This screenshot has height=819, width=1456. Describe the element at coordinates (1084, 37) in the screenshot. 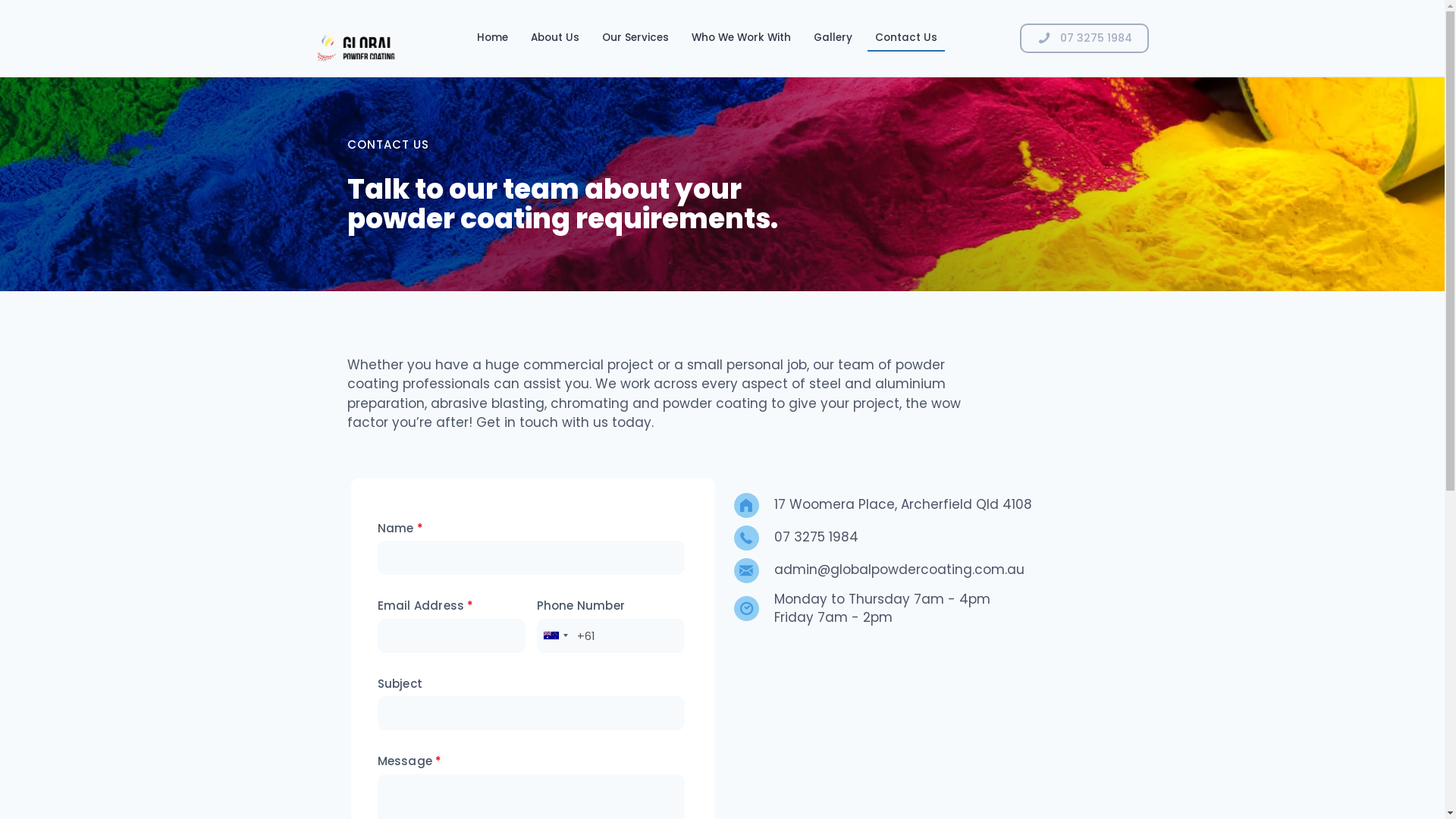

I see `'07 3275 1984'` at that location.